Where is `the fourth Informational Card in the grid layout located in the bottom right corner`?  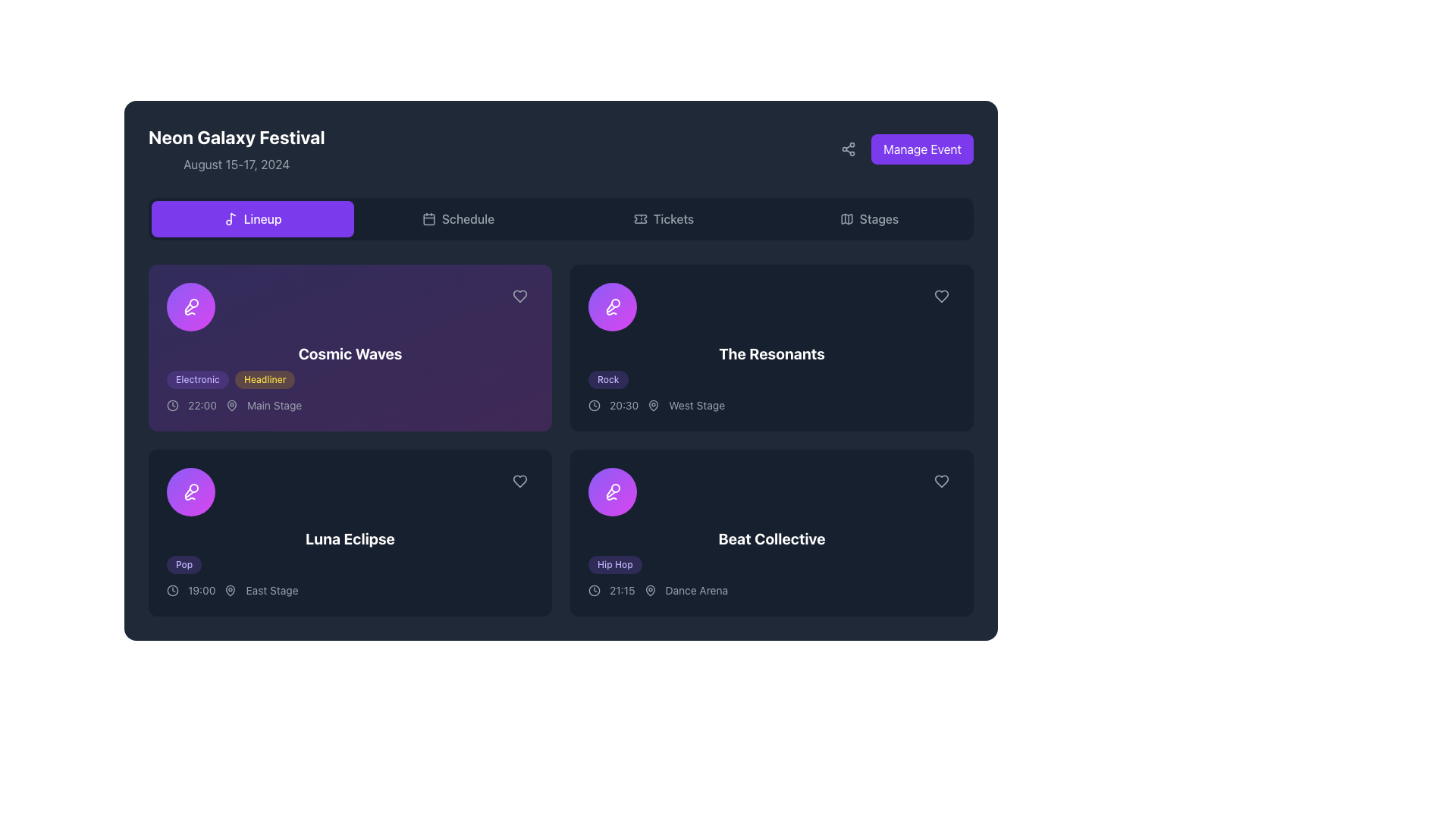 the fourth Informational Card in the grid layout located in the bottom right corner is located at coordinates (771, 532).